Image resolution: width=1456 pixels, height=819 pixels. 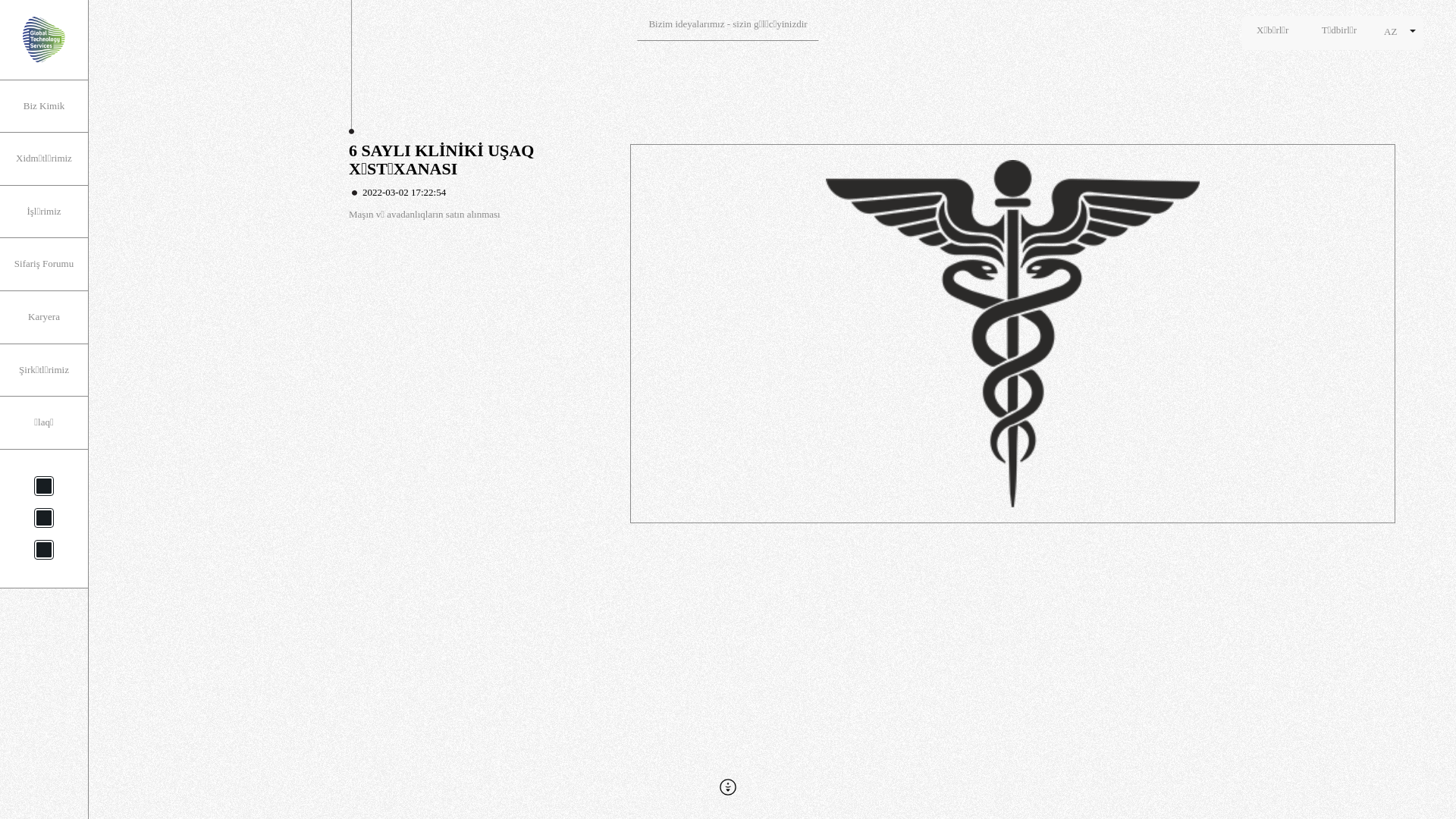 What do you see at coordinates (0, 105) in the screenshot?
I see `'Biz Kimik'` at bounding box center [0, 105].